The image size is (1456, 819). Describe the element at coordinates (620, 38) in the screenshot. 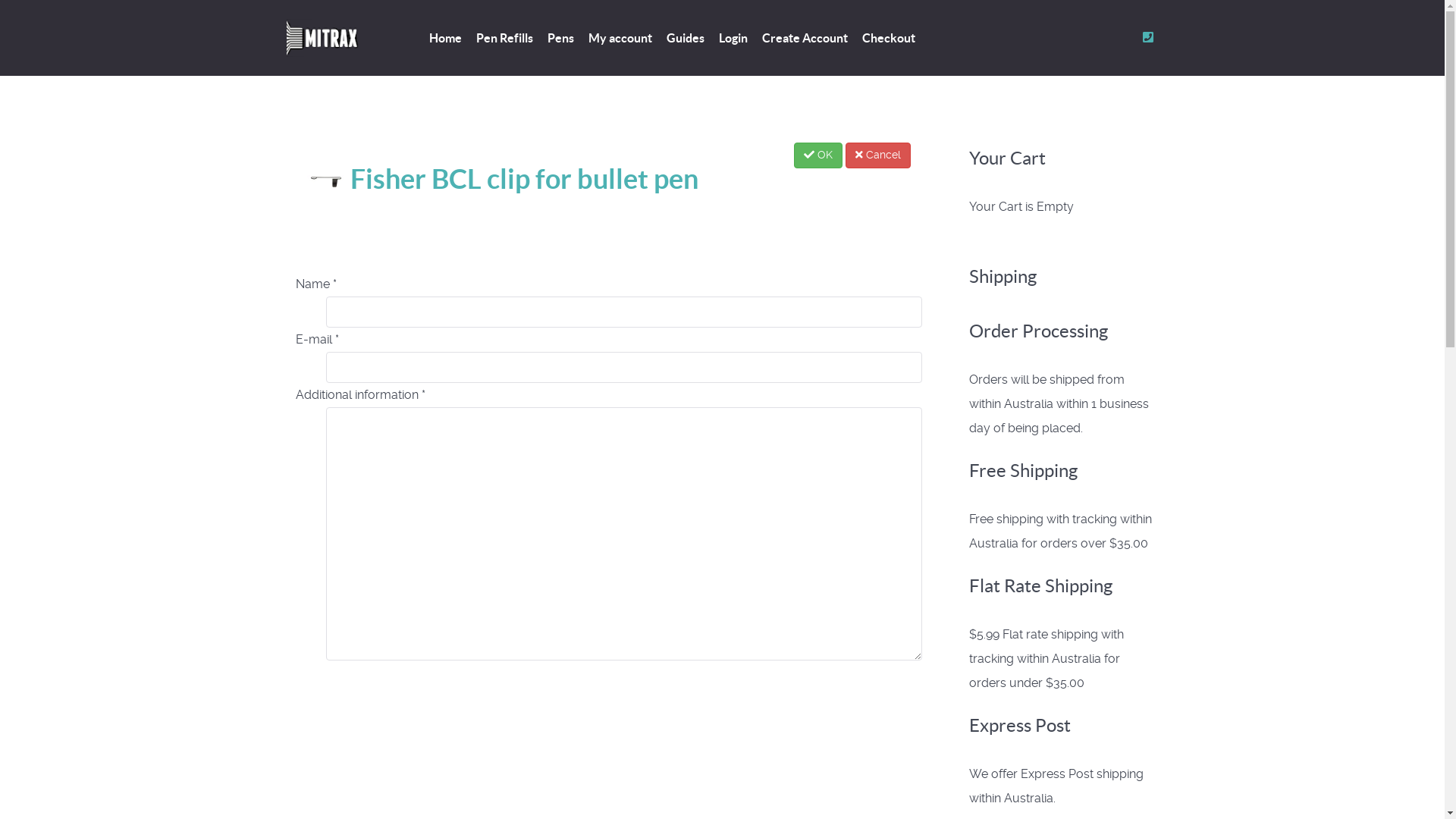

I see `'My account'` at that location.